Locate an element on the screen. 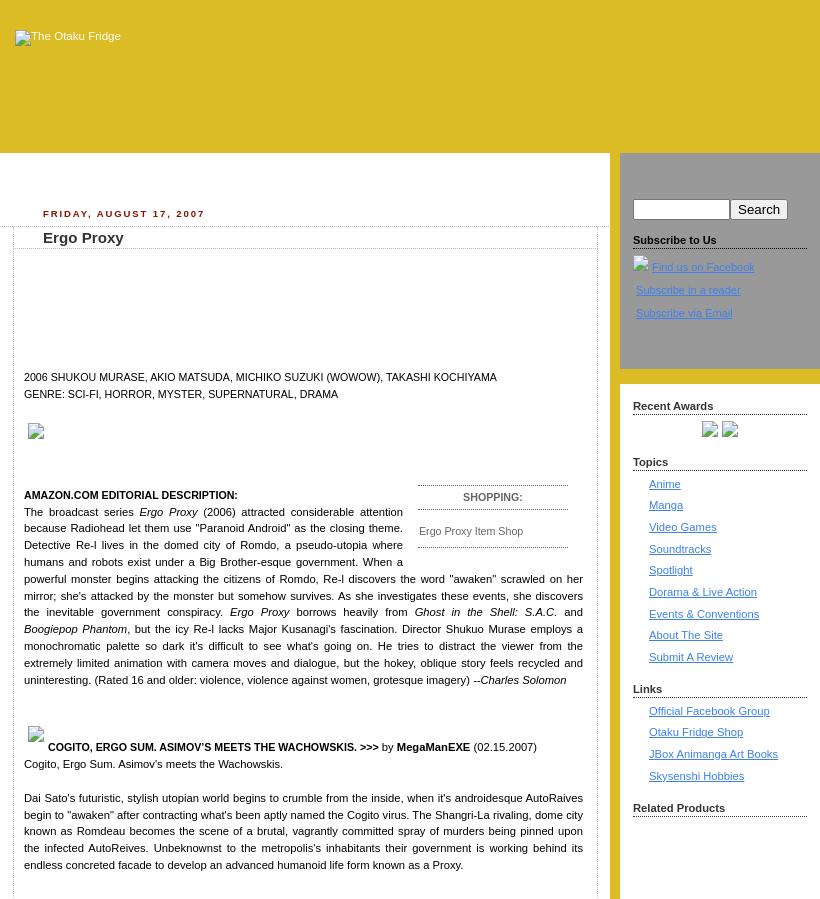 This screenshot has width=820, height=899. '2006 Shukou Murase,  Akio Matsuda, Michiko Suzuki (WOWOW), Takashi Kochiyama' is located at coordinates (260, 374).